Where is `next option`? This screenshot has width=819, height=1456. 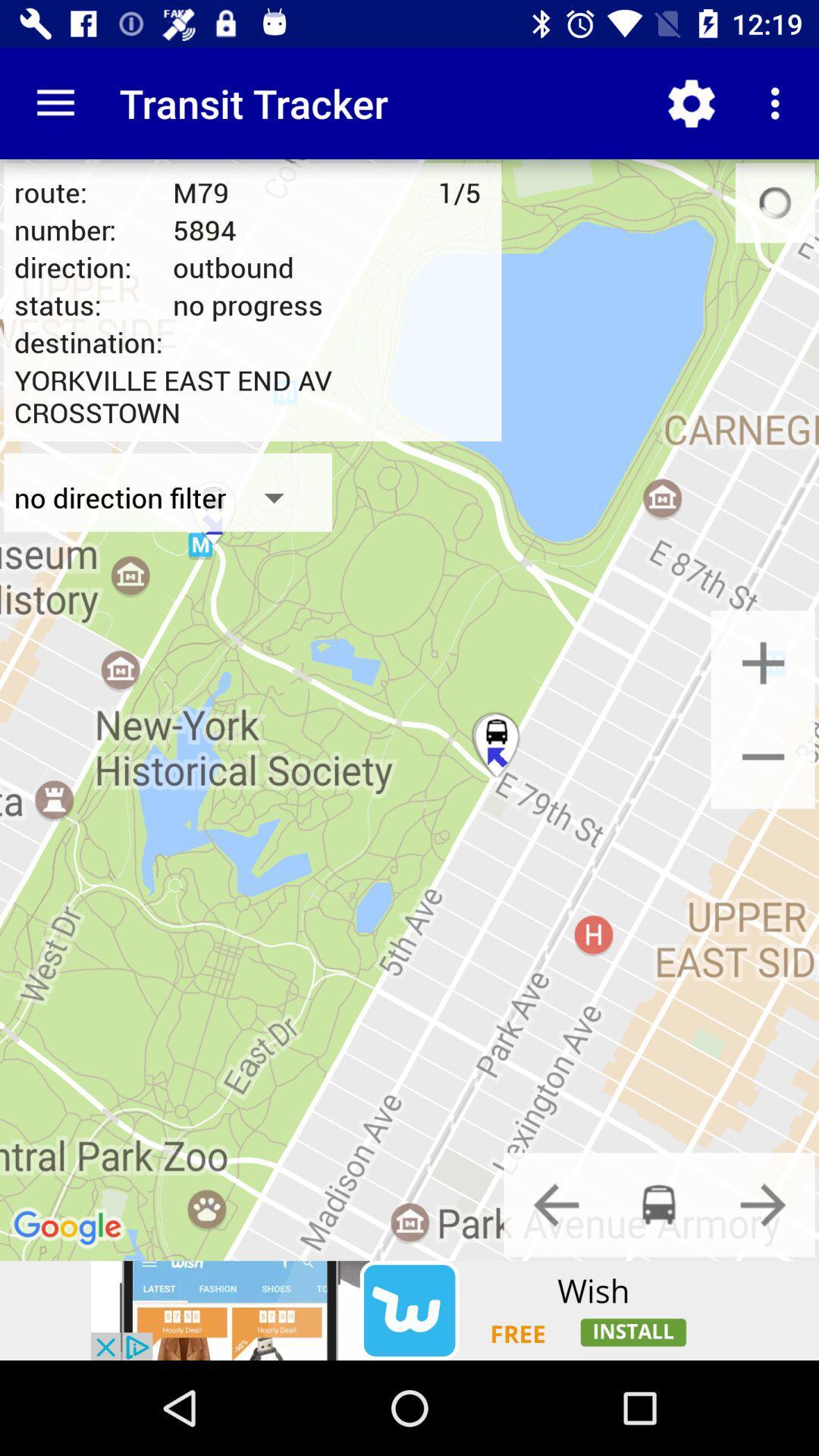 next option is located at coordinates (763, 1203).